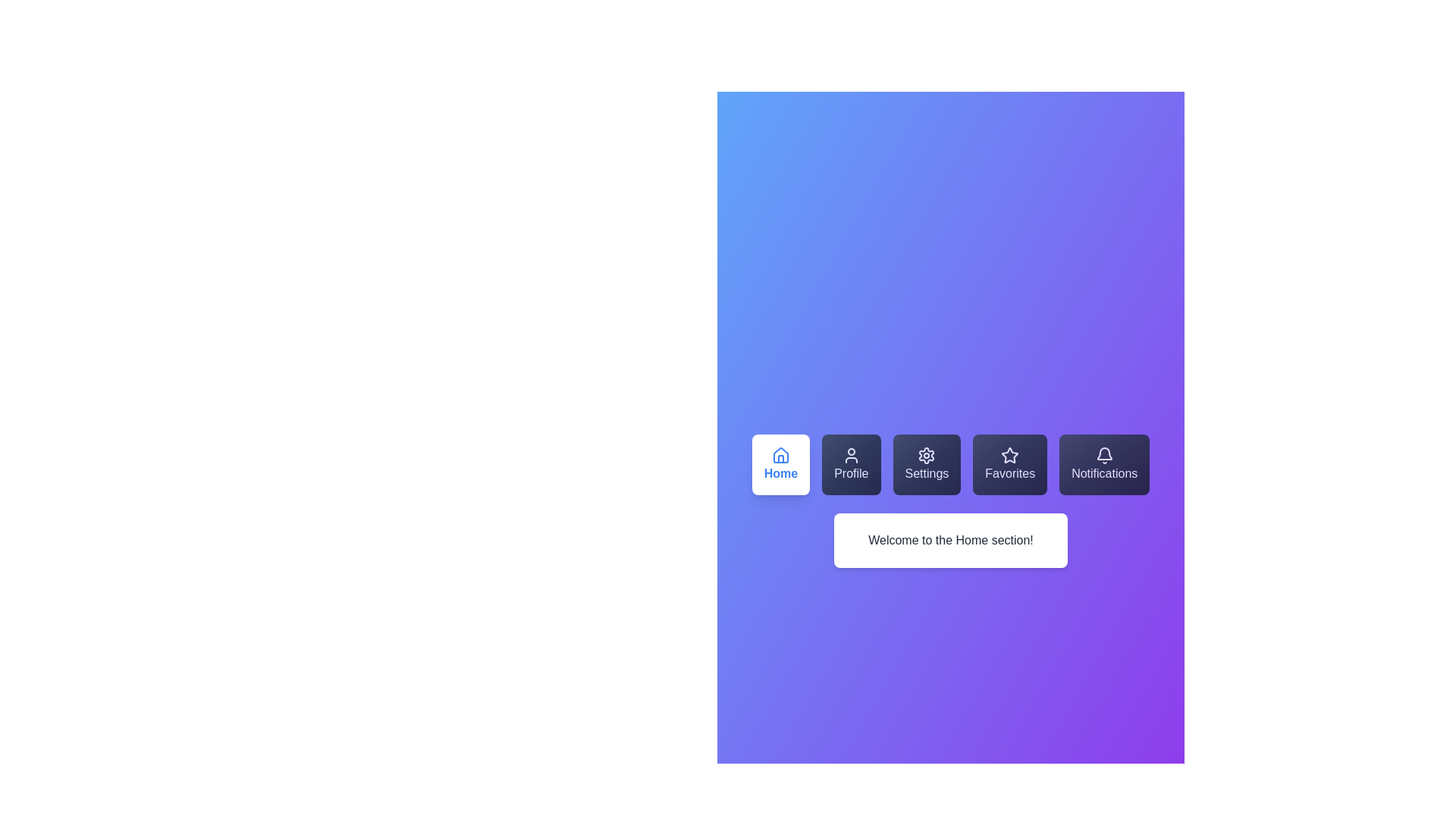 This screenshot has width=1456, height=819. Describe the element at coordinates (1104, 472) in the screenshot. I see `the notifications text label component, which is the last item in the horizontal navigation list located at the lower center section of the interface, adjacent to the 'Favorites' button` at that location.